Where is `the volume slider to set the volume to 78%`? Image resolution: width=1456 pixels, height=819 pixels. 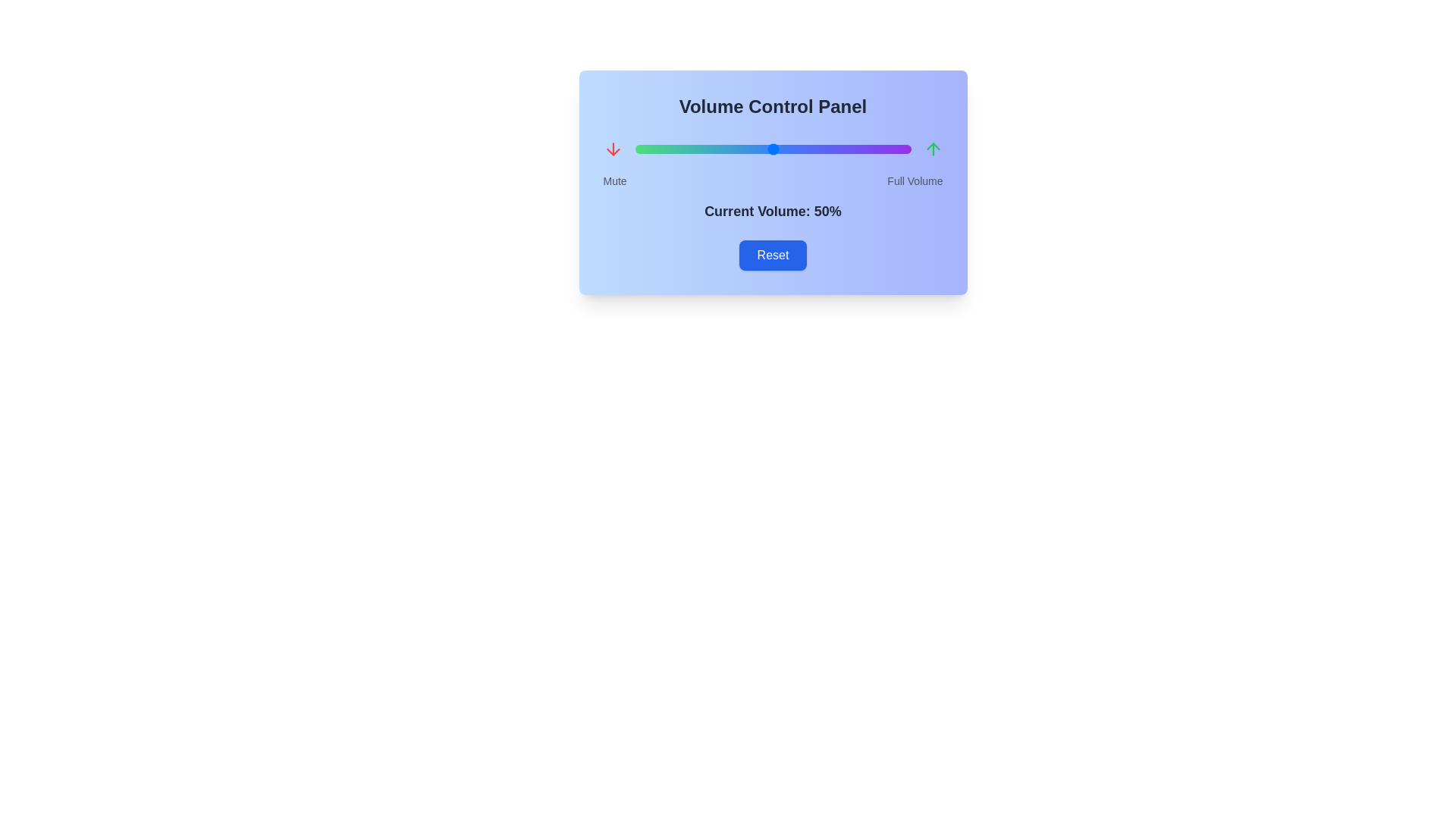 the volume slider to set the volume to 78% is located at coordinates (850, 149).